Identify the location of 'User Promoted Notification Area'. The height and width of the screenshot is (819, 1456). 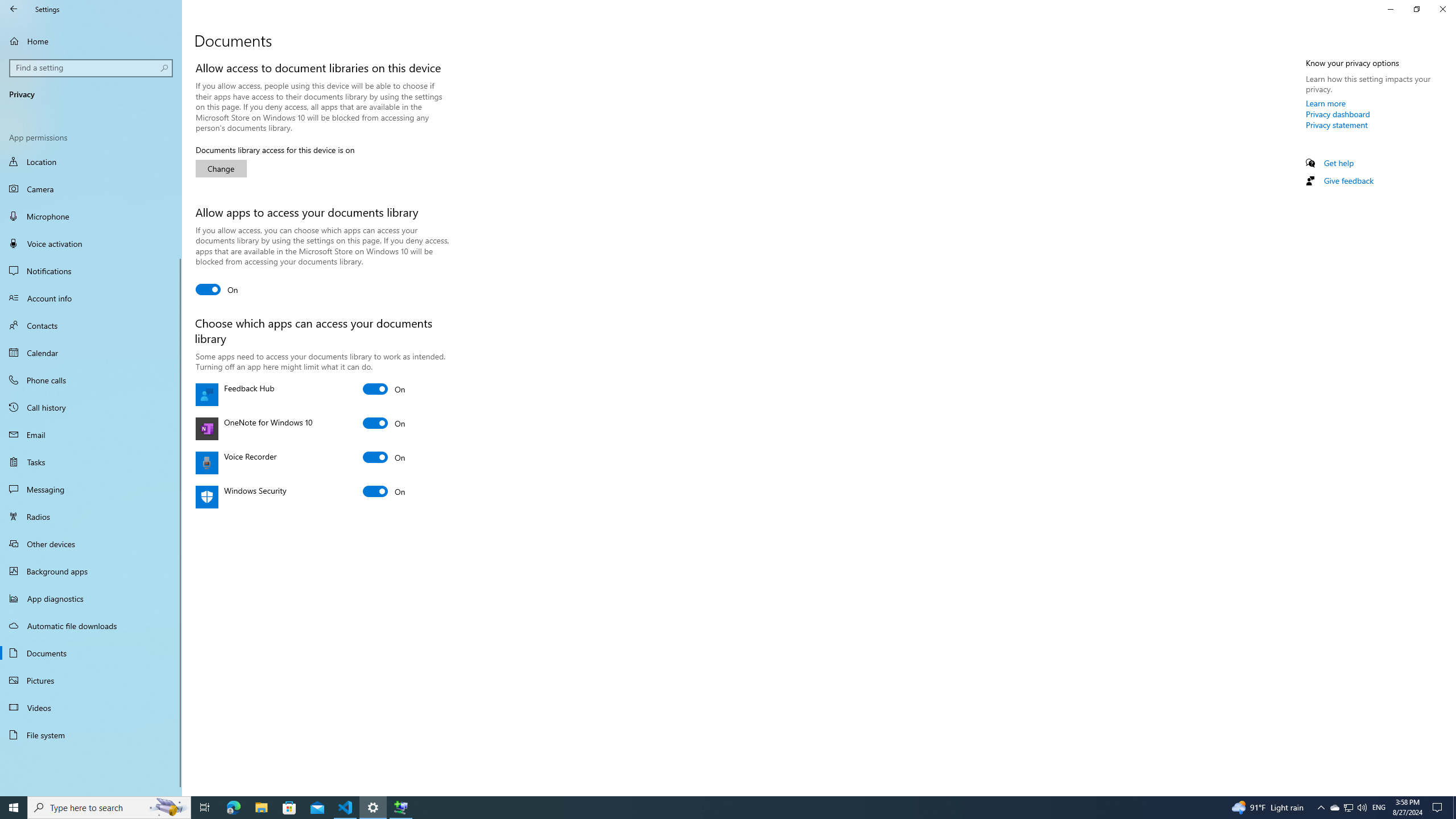
(1347, 806).